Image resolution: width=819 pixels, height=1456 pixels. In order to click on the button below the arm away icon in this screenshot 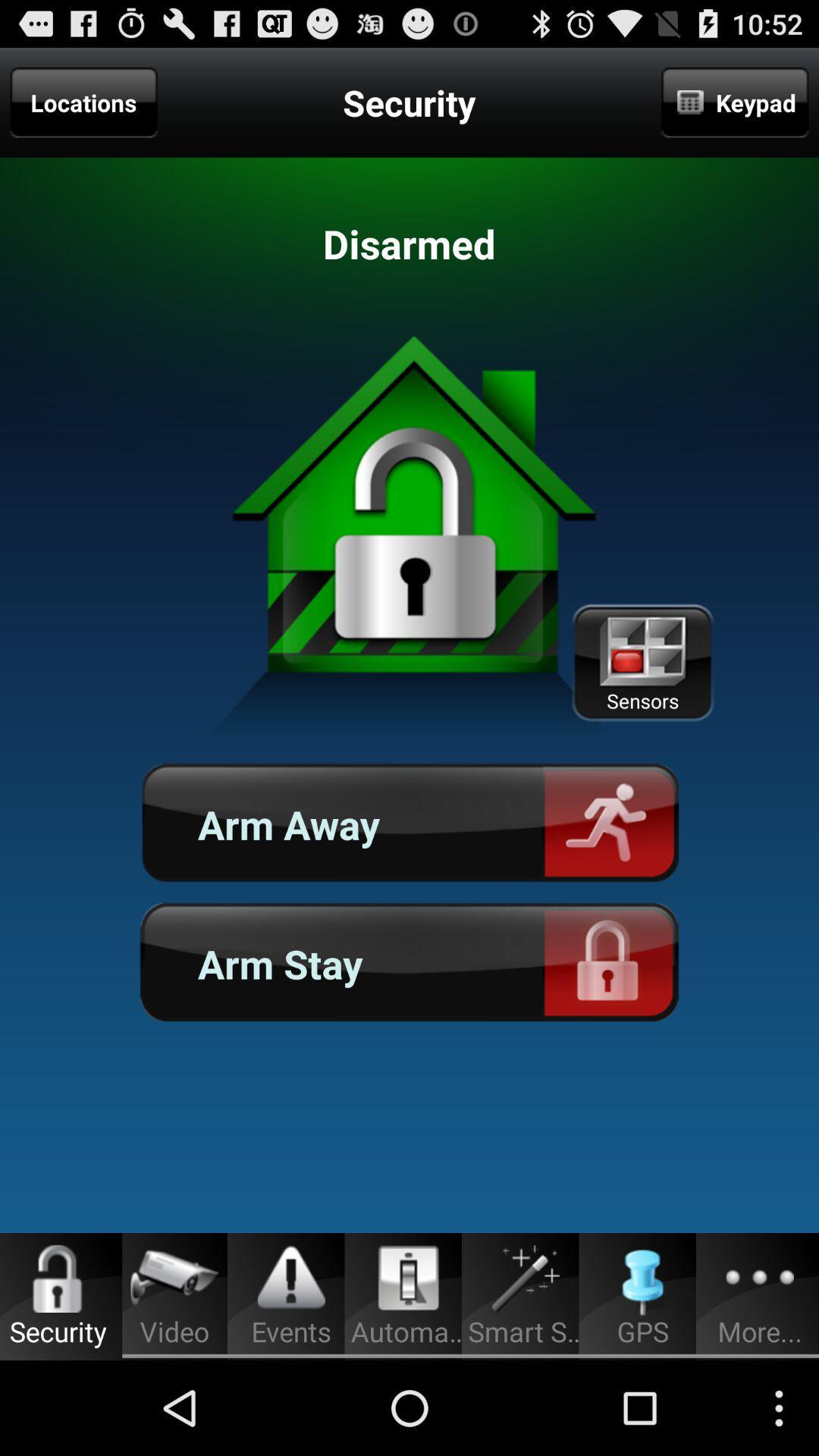, I will do `click(409, 962)`.